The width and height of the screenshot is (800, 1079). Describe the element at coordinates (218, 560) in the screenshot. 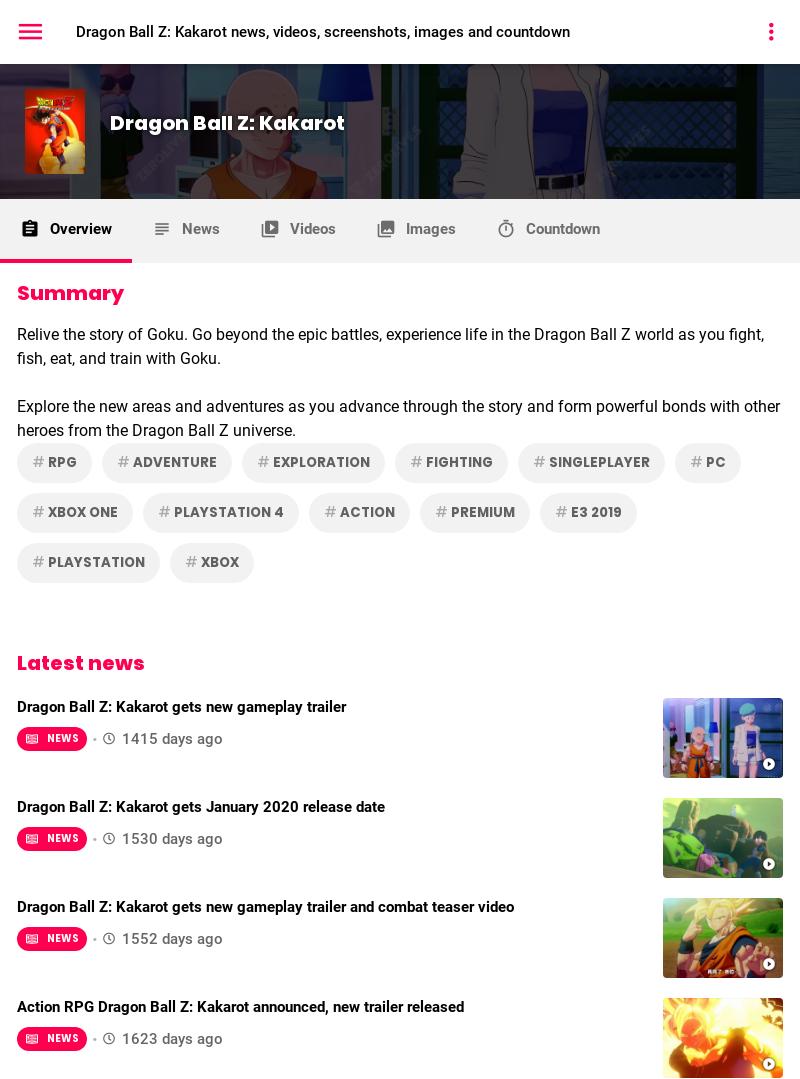

I see `'Xbox'` at that location.